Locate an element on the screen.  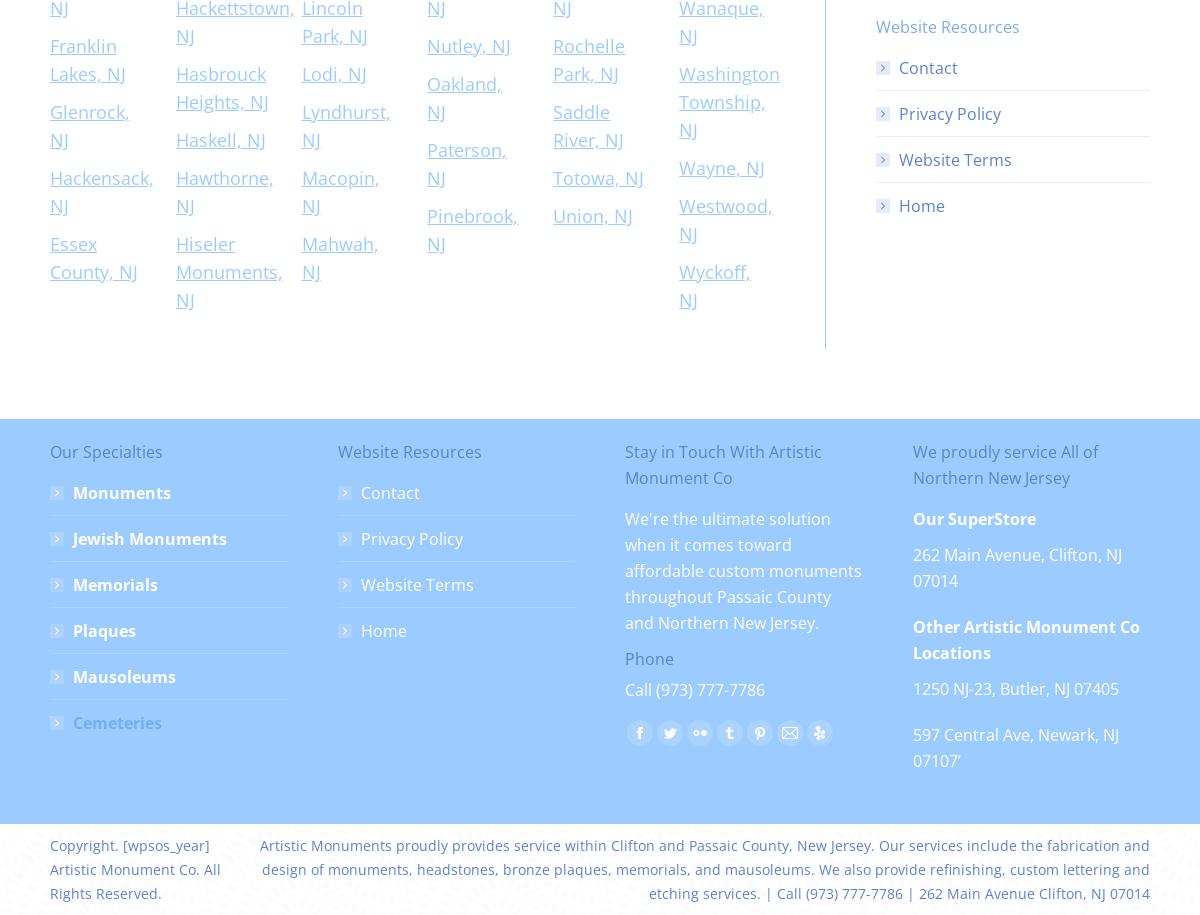
'Artistic Monuments proudly provides service within Clifton and Passaic County, New Jersey. Our services include the fabrication and design of monuments, headstones, bronze plaques, memorials, and mausoleums. We also provide refinishing, custom lettering and etching services. | Call (973) 777-7786 | 262 Main Avenue Clifton, NJ 07014' is located at coordinates (259, 868).